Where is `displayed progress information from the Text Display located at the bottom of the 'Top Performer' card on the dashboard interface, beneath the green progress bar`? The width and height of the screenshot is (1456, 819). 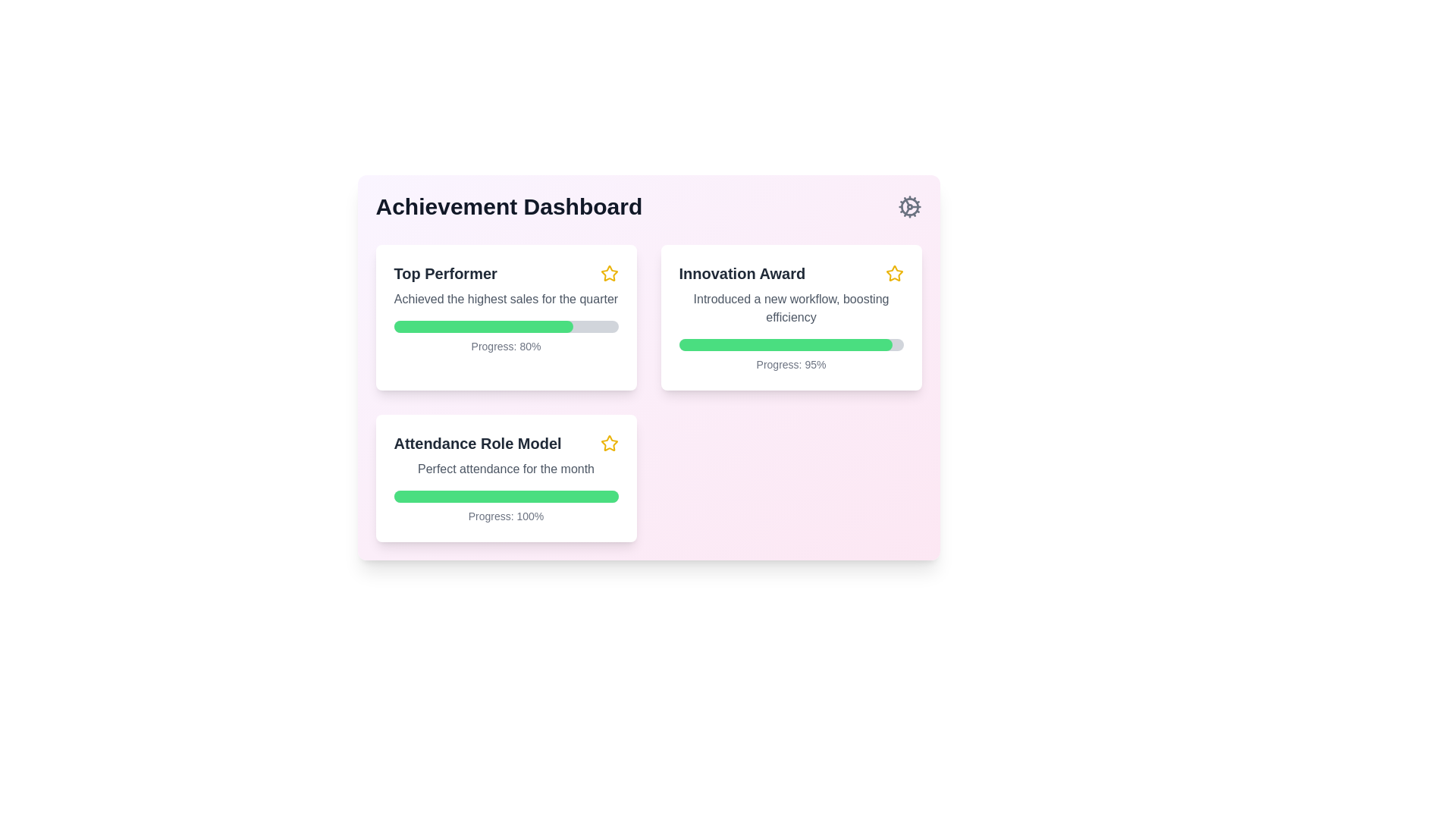 displayed progress information from the Text Display located at the bottom of the 'Top Performer' card on the dashboard interface, beneath the green progress bar is located at coordinates (506, 346).